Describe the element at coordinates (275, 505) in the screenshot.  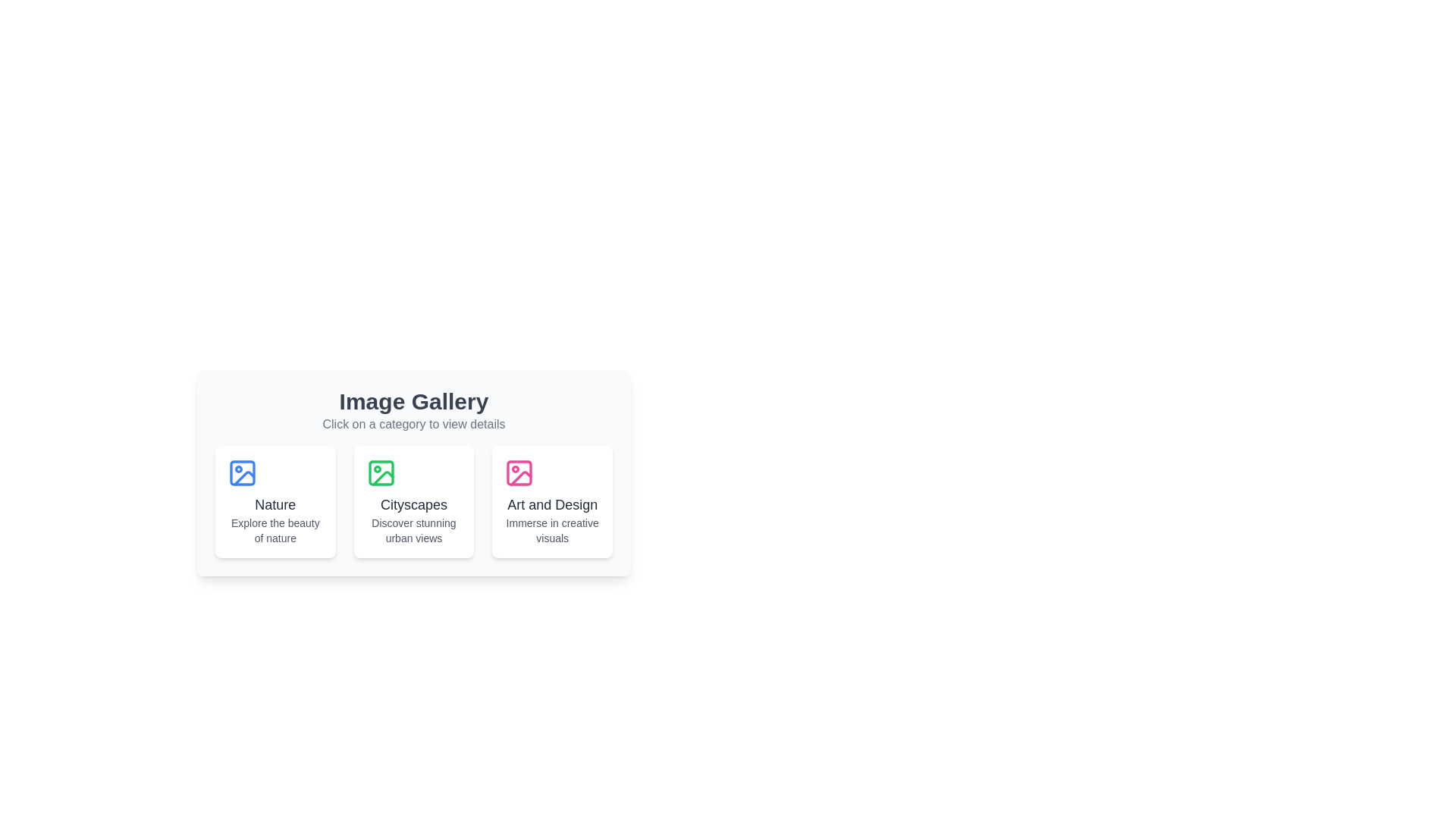
I see `title of the text label that serves as a heading for the card section related to 'Nature', positioned centrally below an image icon in the card under the header 'Image Gallery'` at that location.